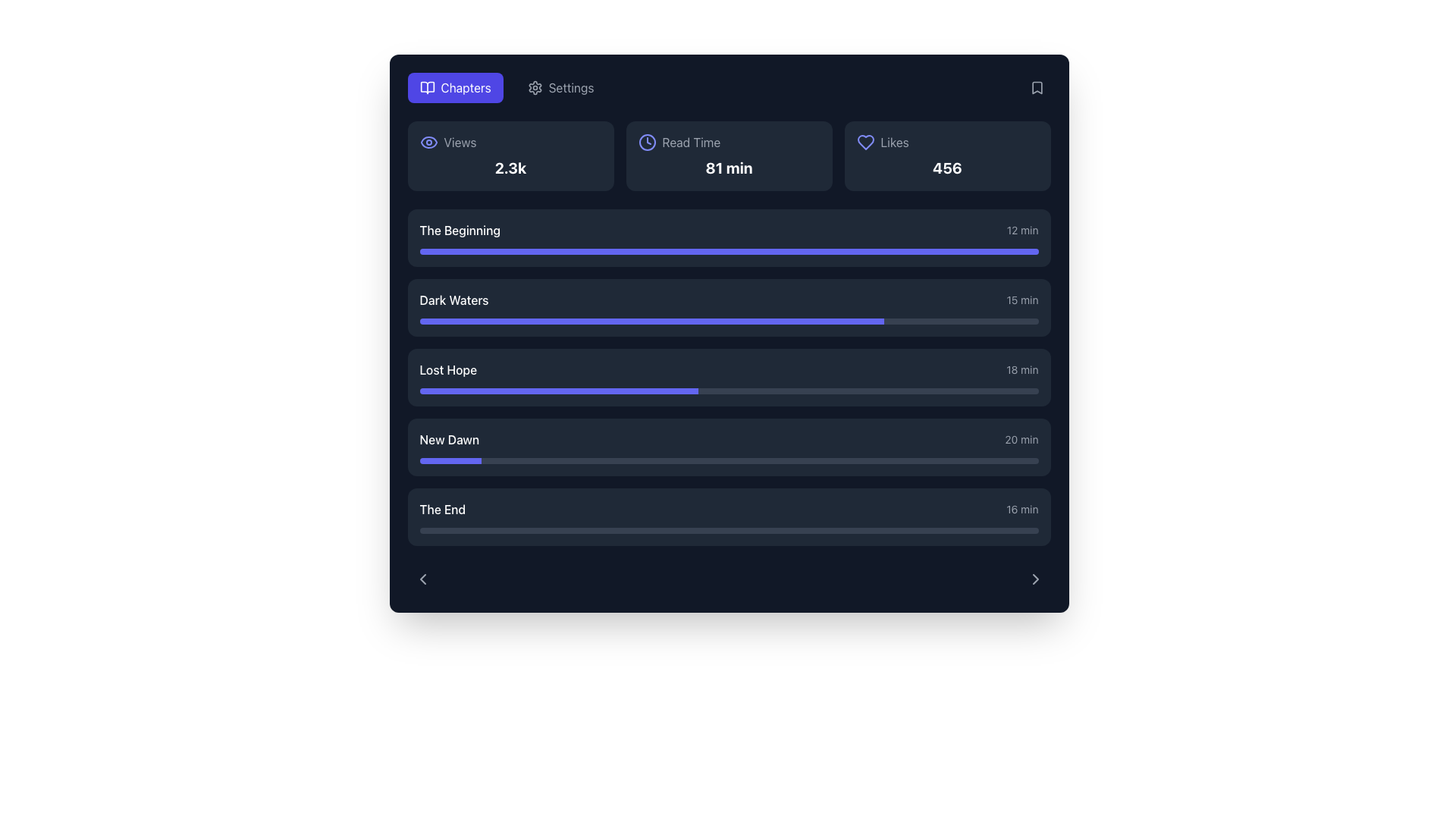  I want to click on the list item element displaying the chapter title 'Dark Waters' and the estimated time '15 min', so click(729, 300).